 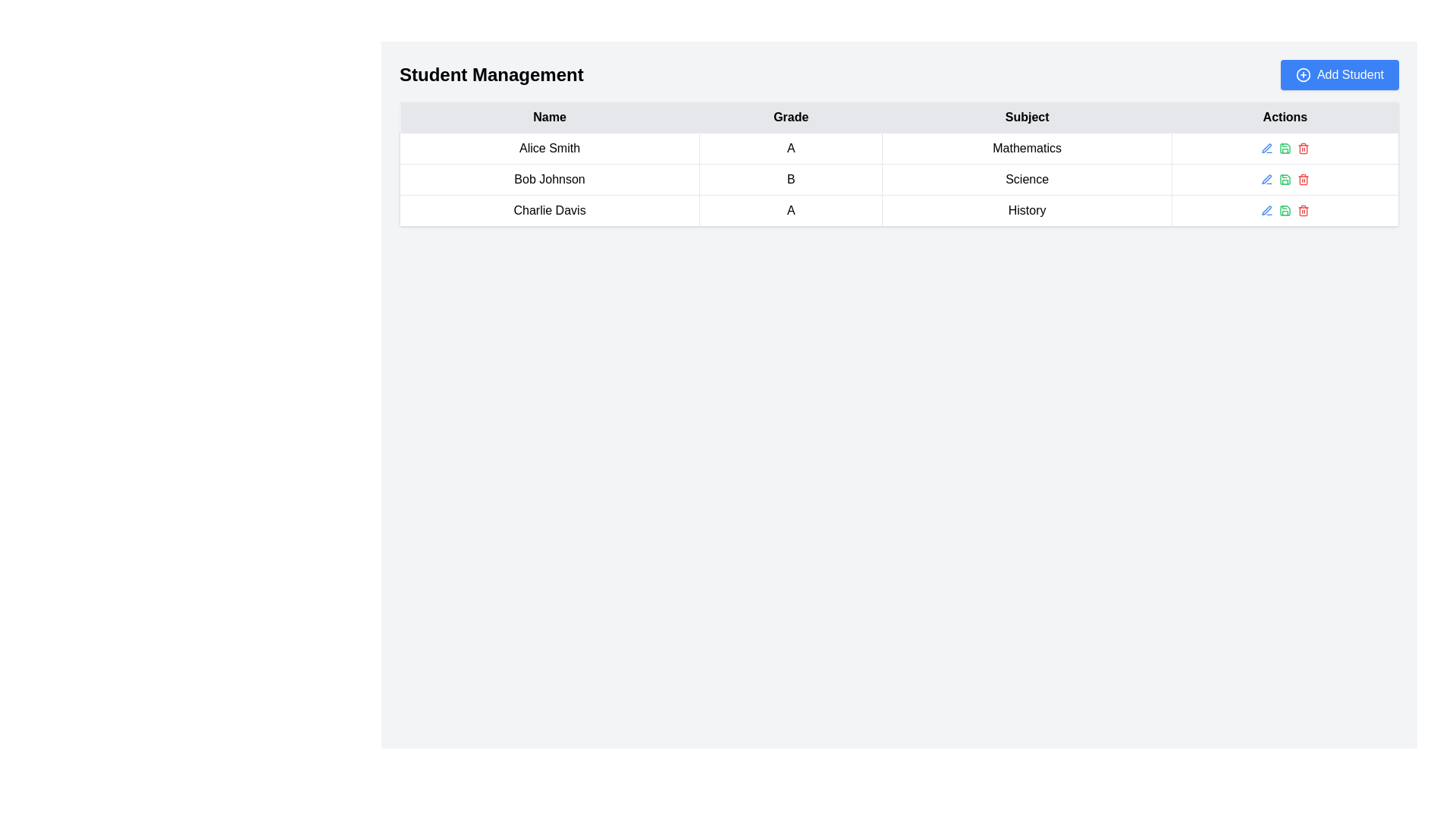 I want to click on the table cell that displays the academic subject associated with 'Alice Smith', which is the third cell in her row under the 'Subject' column, so click(x=1027, y=149).